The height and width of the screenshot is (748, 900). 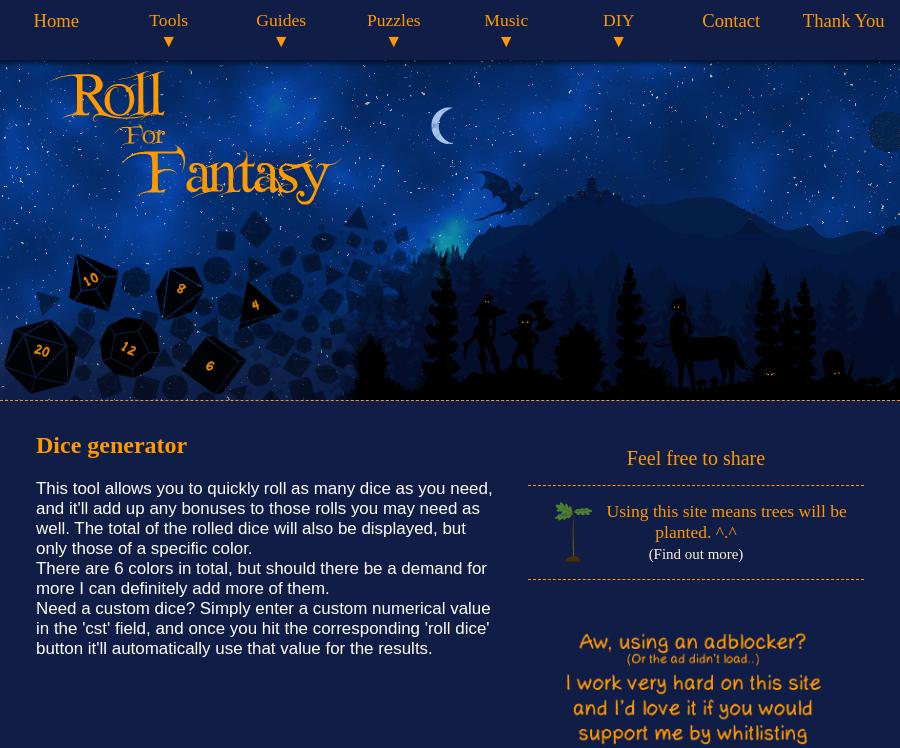 I want to click on 'Need a custom dice? Simply enter a custom numerical value in the 'cst' field, and once you hit the corresponding 'roll dice' button it'll automatically use that value for the results.', so click(x=261, y=627).